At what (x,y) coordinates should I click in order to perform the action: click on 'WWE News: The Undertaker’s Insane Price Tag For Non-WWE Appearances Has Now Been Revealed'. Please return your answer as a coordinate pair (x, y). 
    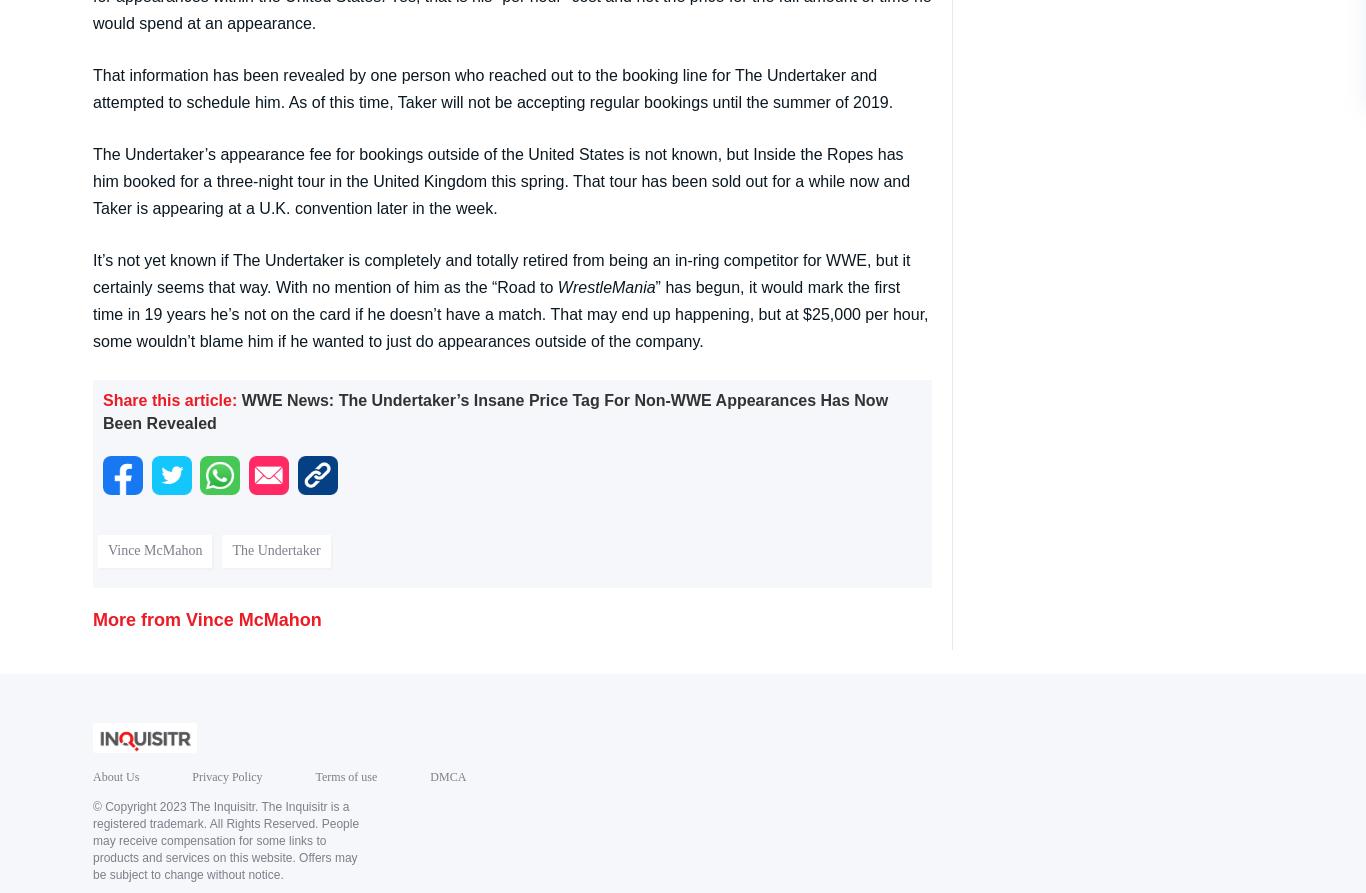
    Looking at the image, I should click on (495, 410).